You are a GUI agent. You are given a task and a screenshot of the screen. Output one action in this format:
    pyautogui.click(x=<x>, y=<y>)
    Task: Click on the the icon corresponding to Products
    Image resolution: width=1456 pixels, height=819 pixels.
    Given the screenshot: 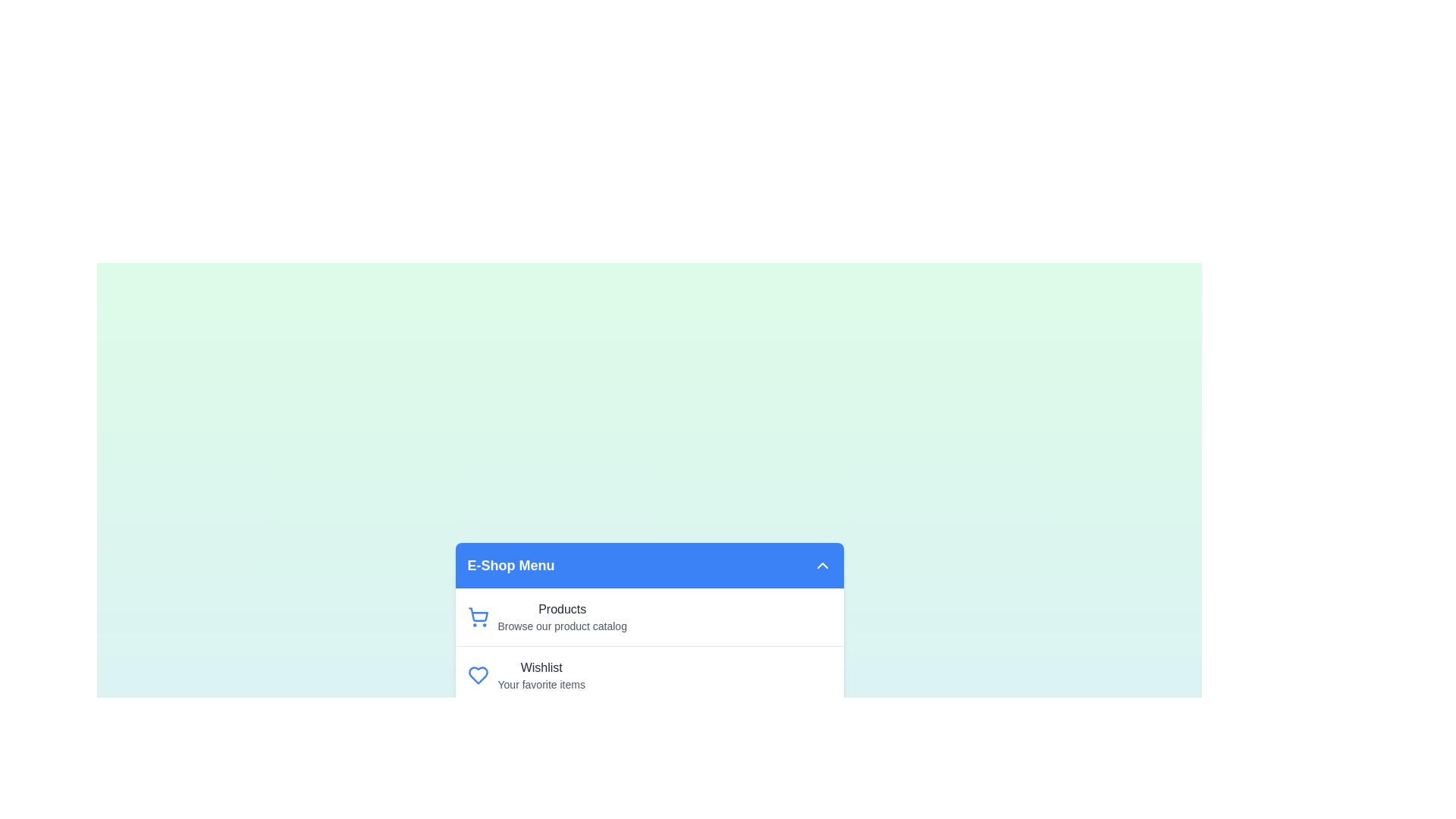 What is the action you would take?
    pyautogui.click(x=477, y=617)
    